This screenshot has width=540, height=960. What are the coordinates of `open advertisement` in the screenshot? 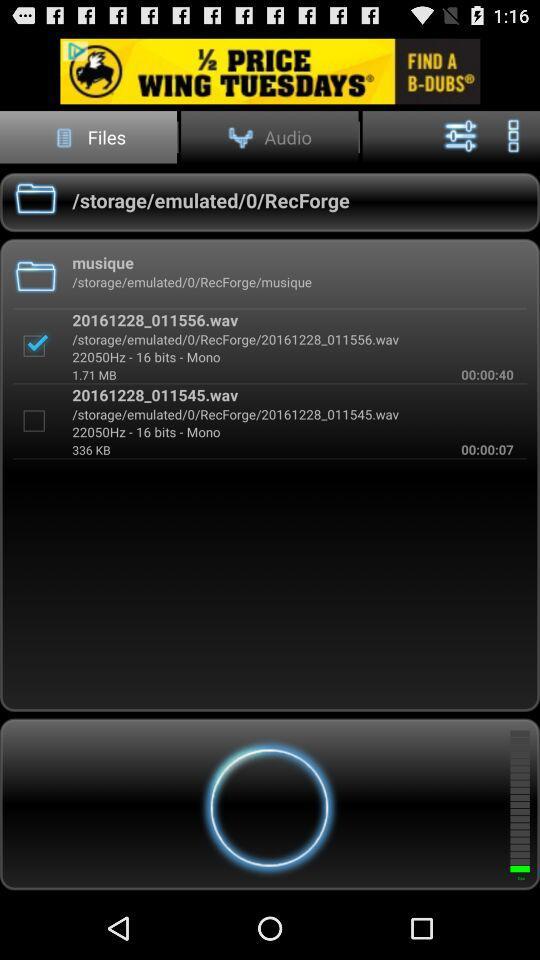 It's located at (270, 71).